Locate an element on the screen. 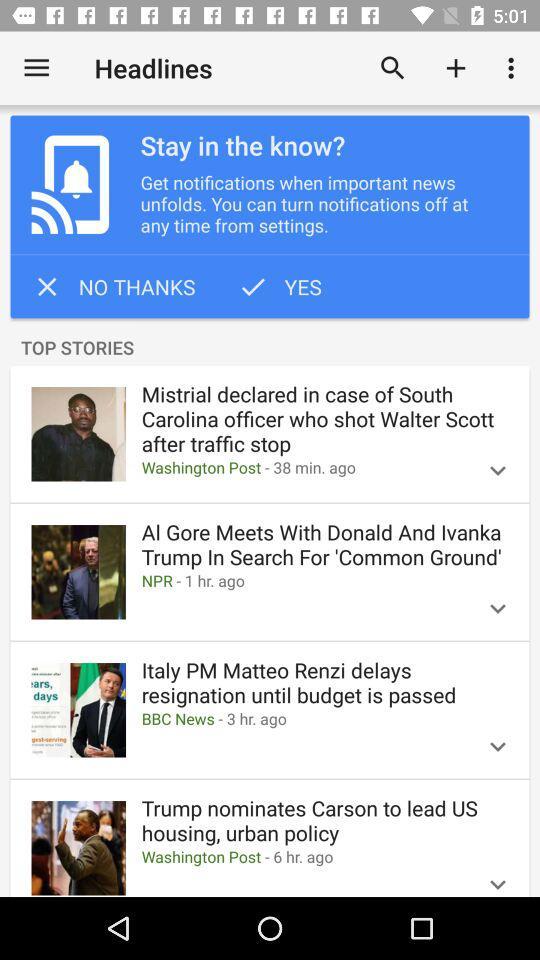  the expand_more icon is located at coordinates (496, 745).